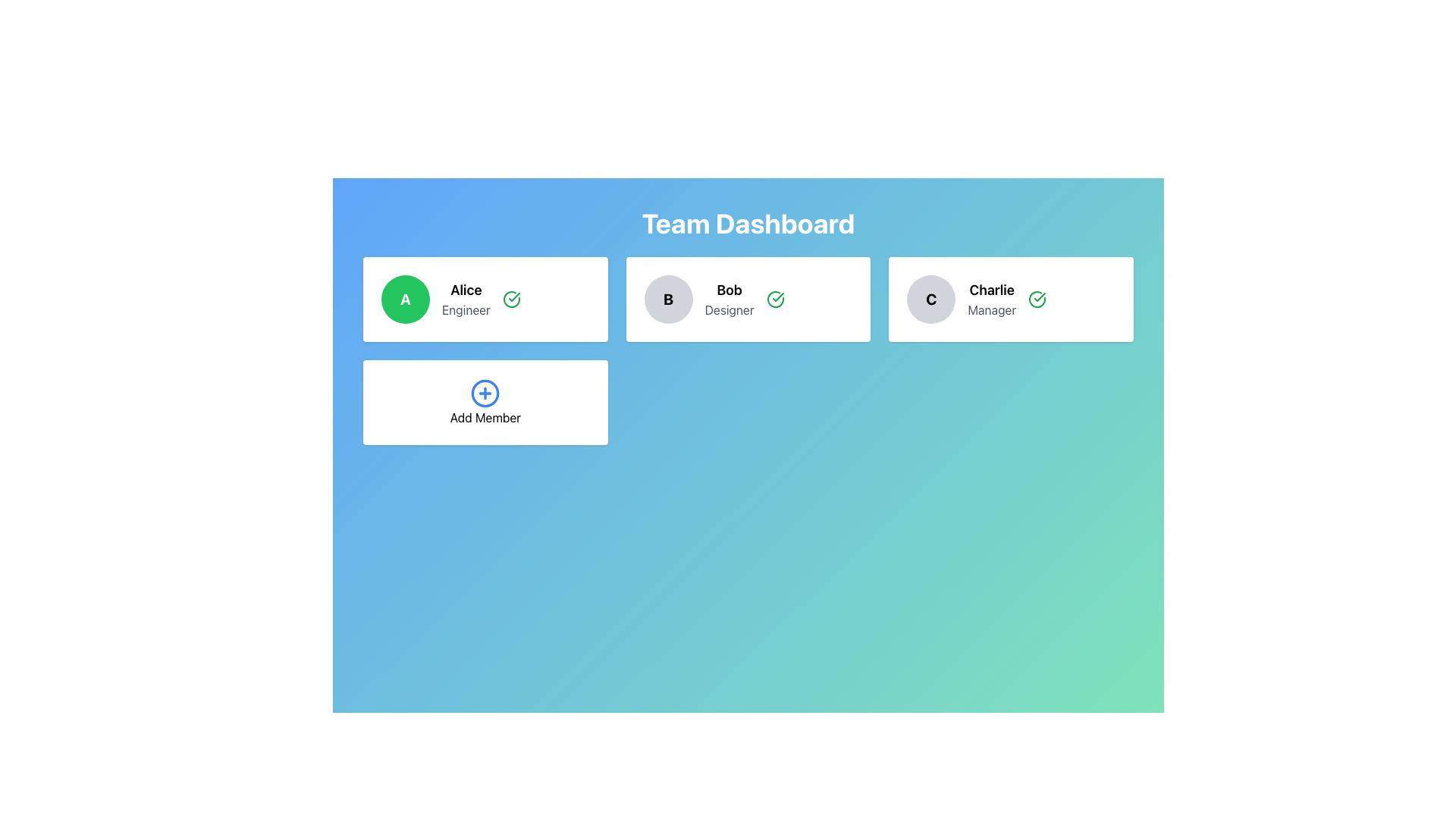  What do you see at coordinates (465, 309) in the screenshot?
I see `the text label displaying 'Engineer', which is styled in gray and located below the text 'Alice' in the first card of the 'Team Dashboard' section` at bounding box center [465, 309].